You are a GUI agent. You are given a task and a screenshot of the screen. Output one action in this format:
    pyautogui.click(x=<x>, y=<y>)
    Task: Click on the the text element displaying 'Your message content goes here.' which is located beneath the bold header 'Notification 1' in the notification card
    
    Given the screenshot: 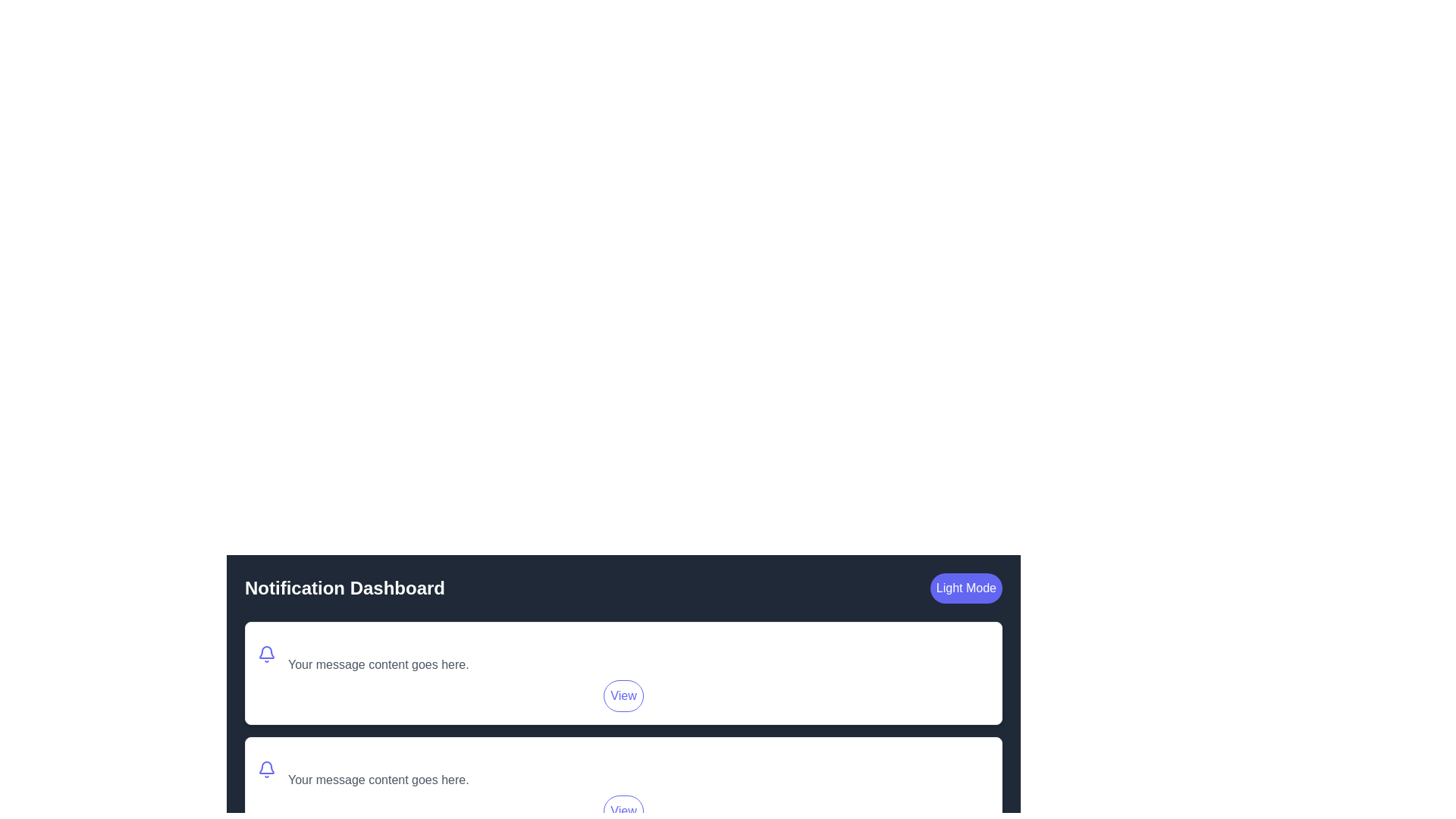 What is the action you would take?
    pyautogui.click(x=378, y=664)
    